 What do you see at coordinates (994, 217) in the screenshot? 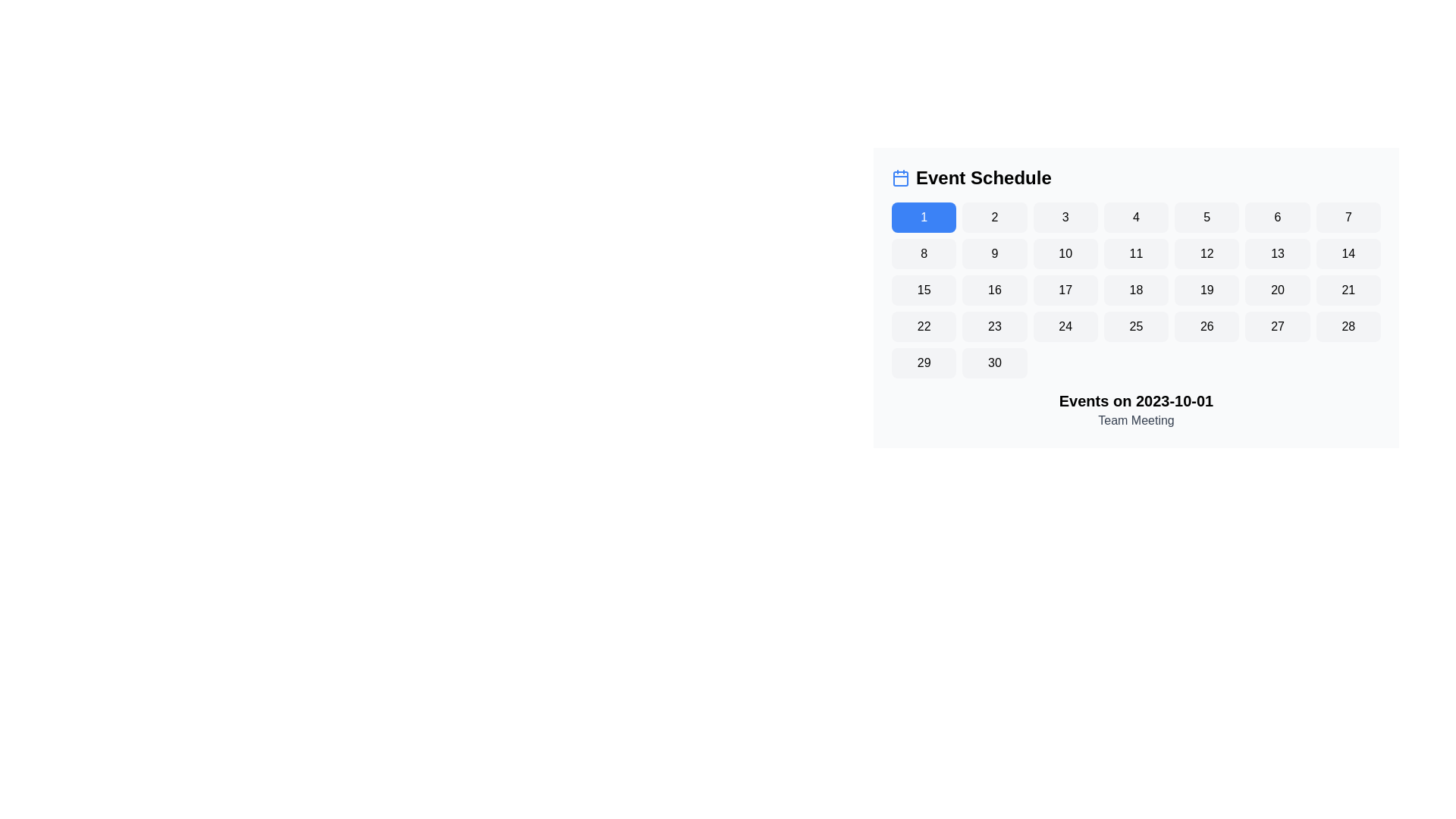
I see `the button for selecting the date corresponding to '2' in the calendar, located in the first row and second column beneath the 'Event Schedule' heading` at bounding box center [994, 217].